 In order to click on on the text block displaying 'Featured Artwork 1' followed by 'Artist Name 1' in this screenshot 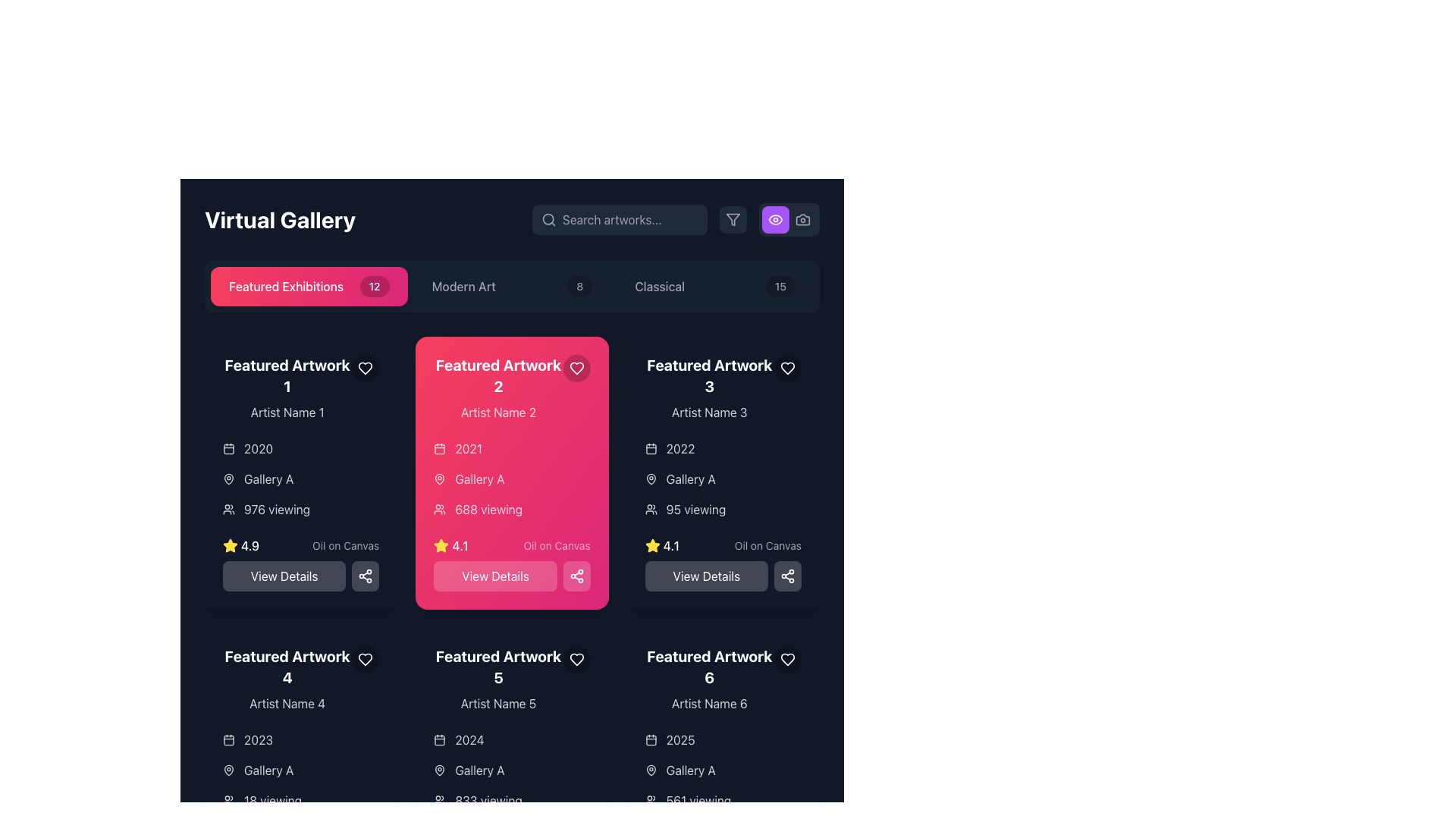, I will do `click(287, 388)`.